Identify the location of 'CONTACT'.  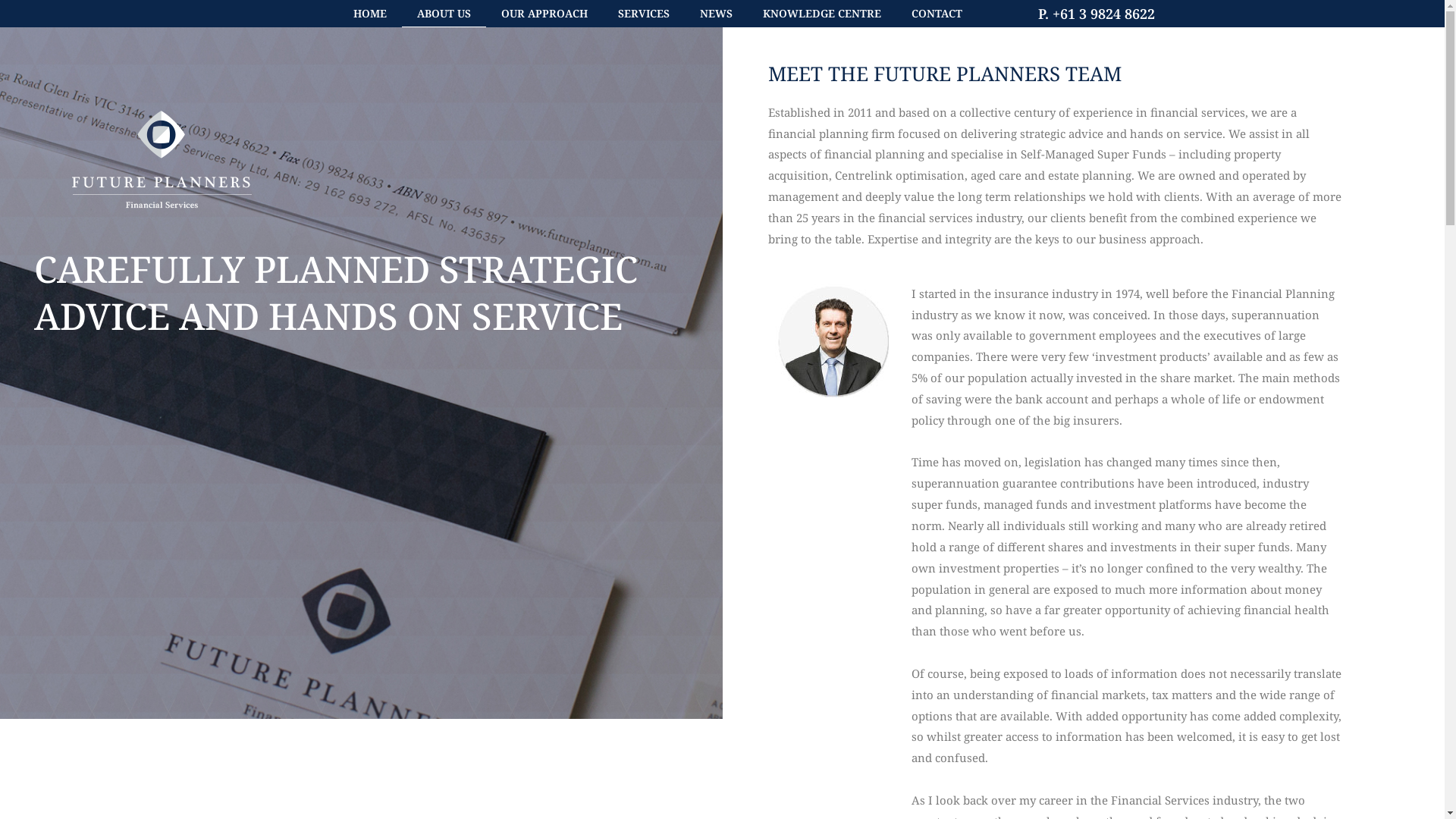
(936, 14).